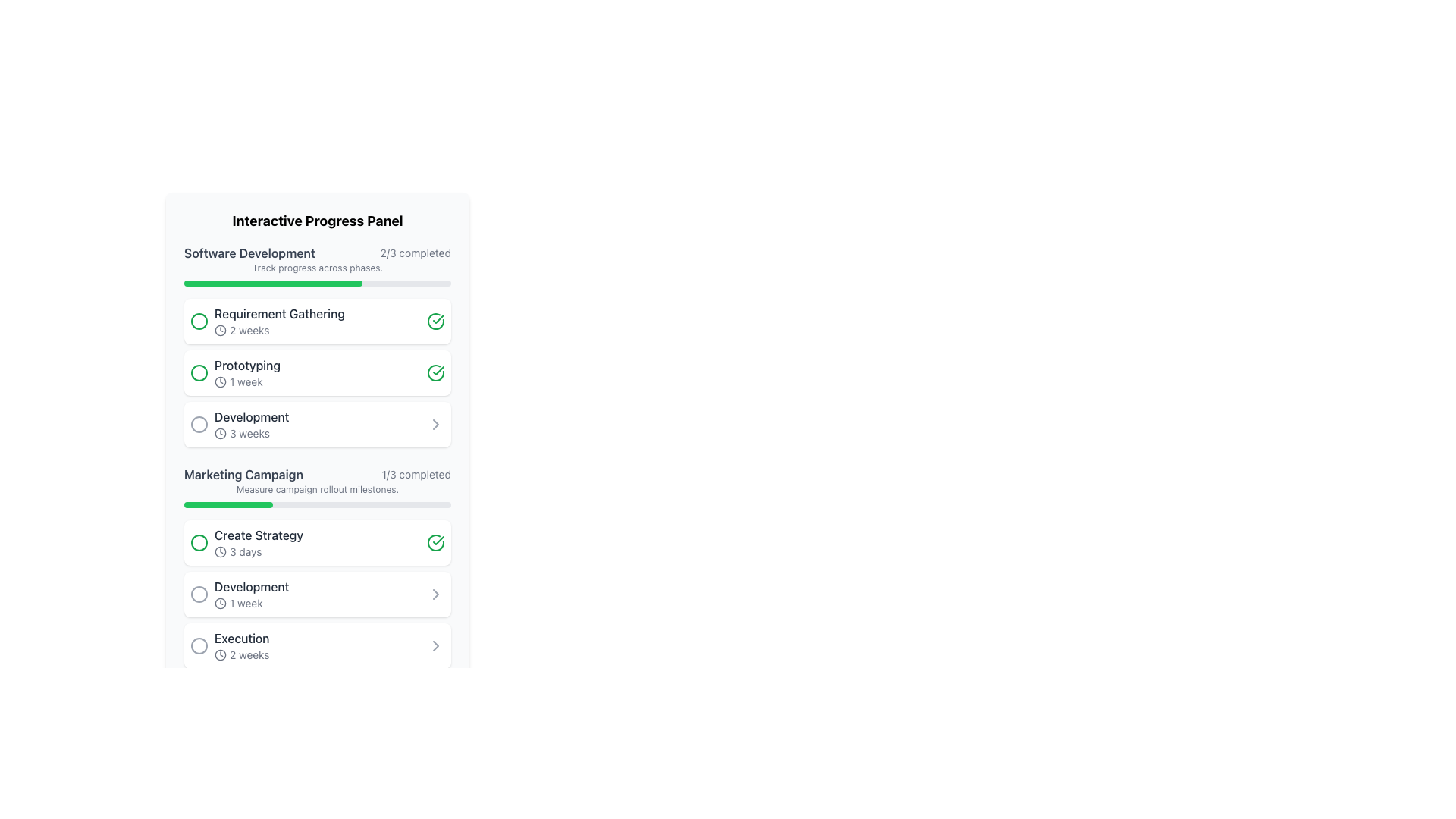 The height and width of the screenshot is (819, 1456). I want to click on the 'Prototyping' text label, which is the second item in the 'Software Development' section, located between 'Requirement Gathering' and 'Development', so click(247, 366).